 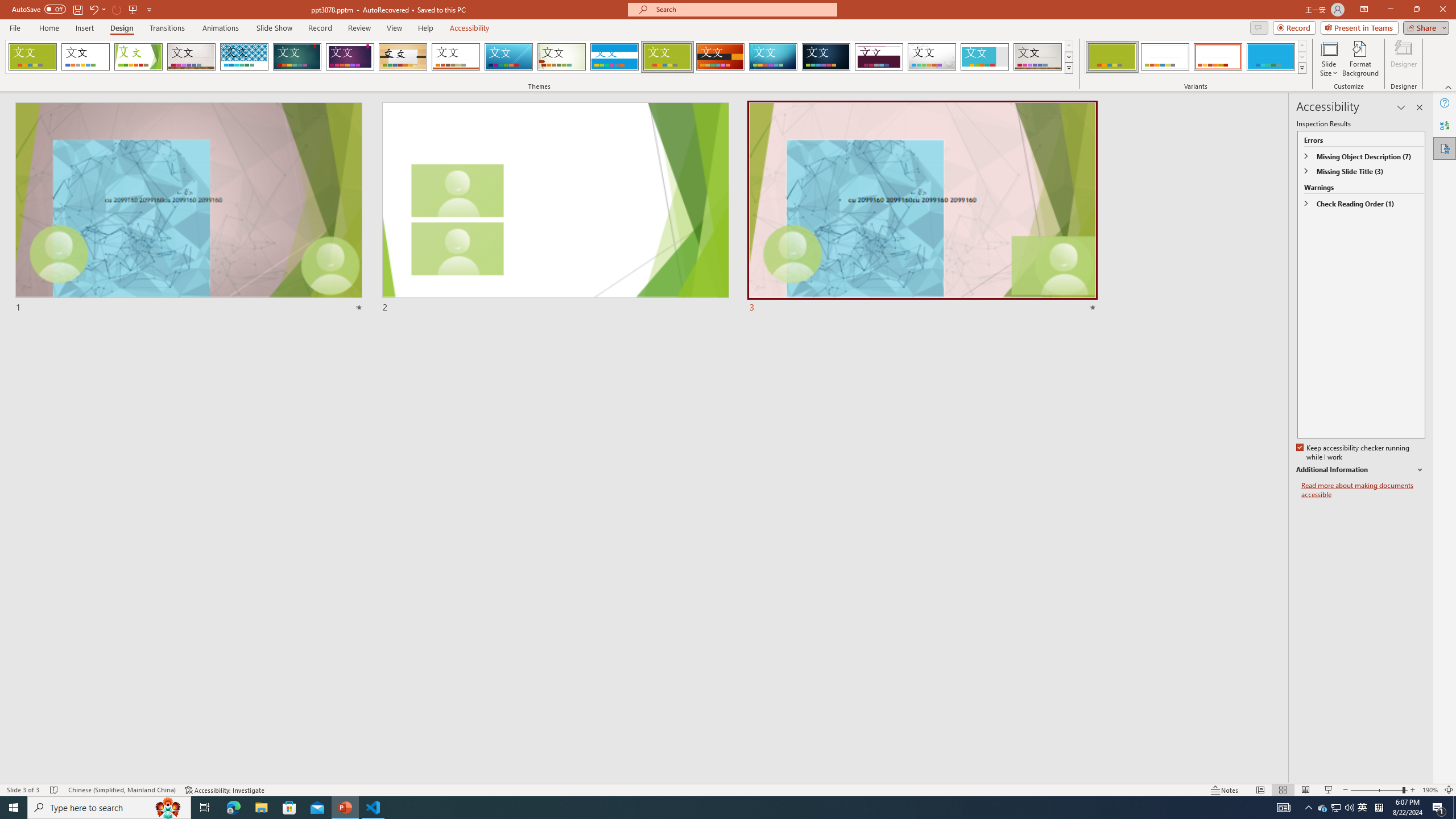 I want to click on 'Variants', so click(x=1301, y=67).